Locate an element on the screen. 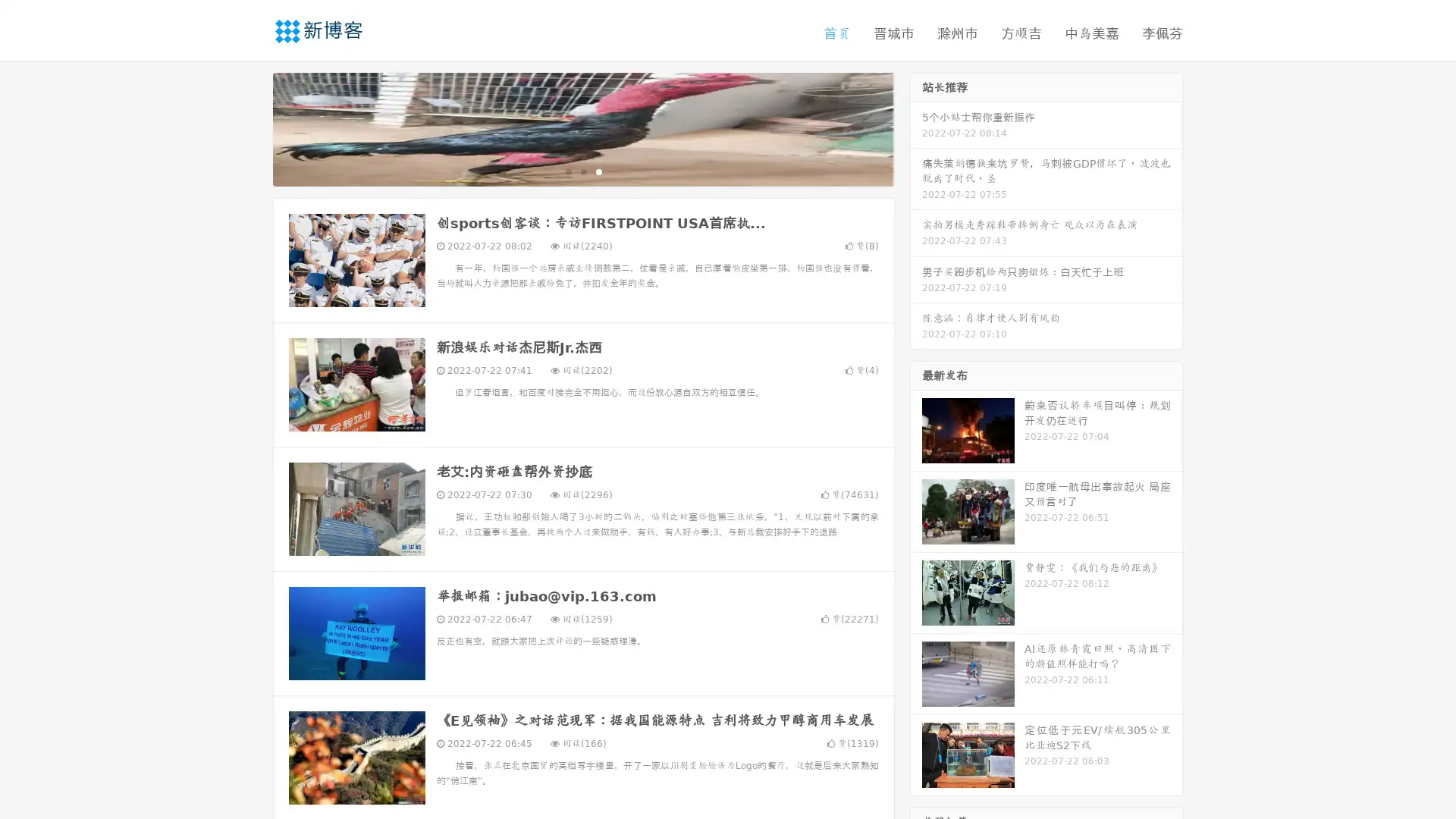  Go to slide 1 is located at coordinates (567, 171).